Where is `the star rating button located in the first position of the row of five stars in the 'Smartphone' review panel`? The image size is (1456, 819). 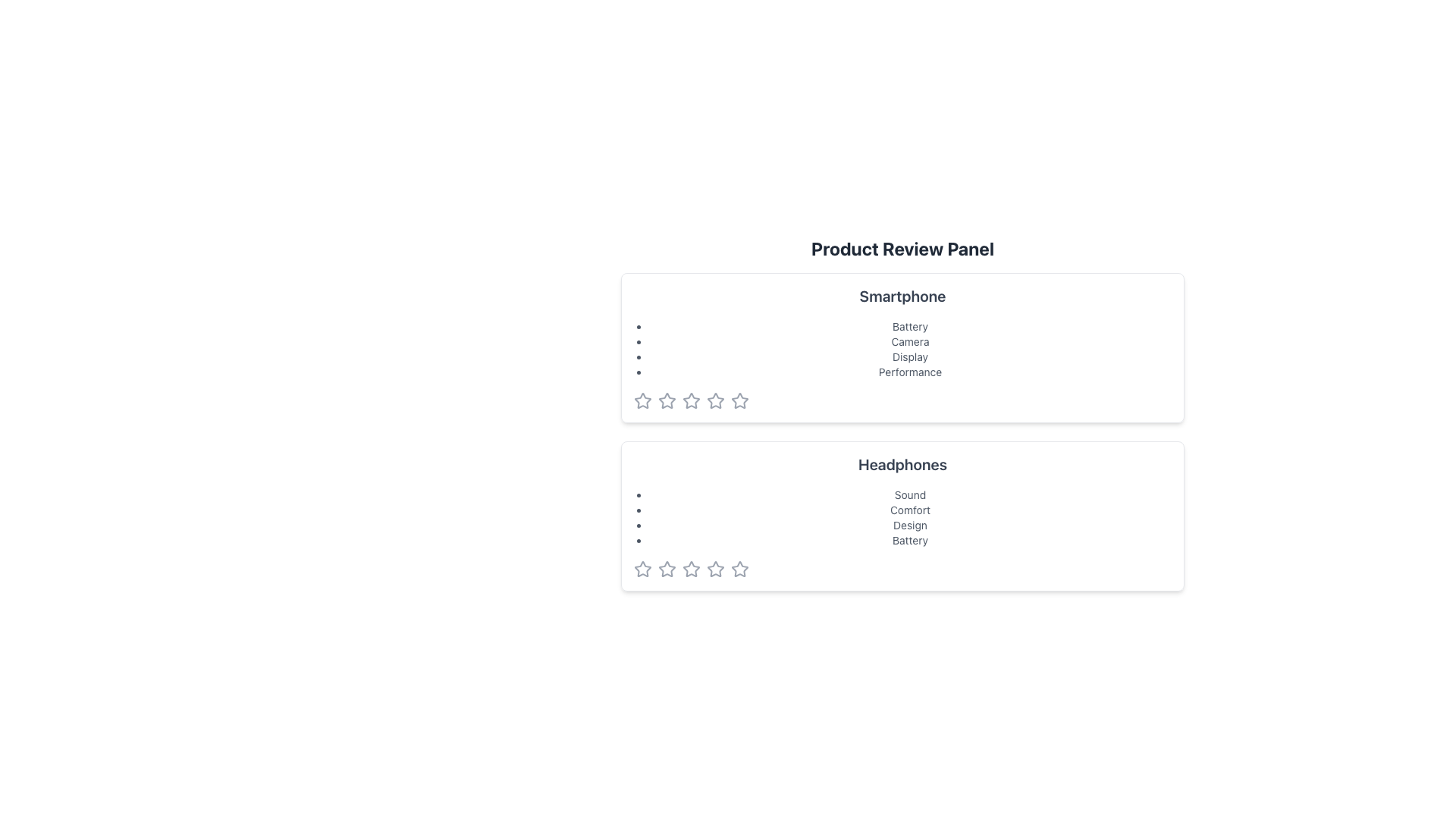 the star rating button located in the first position of the row of five stars in the 'Smartphone' review panel is located at coordinates (667, 400).